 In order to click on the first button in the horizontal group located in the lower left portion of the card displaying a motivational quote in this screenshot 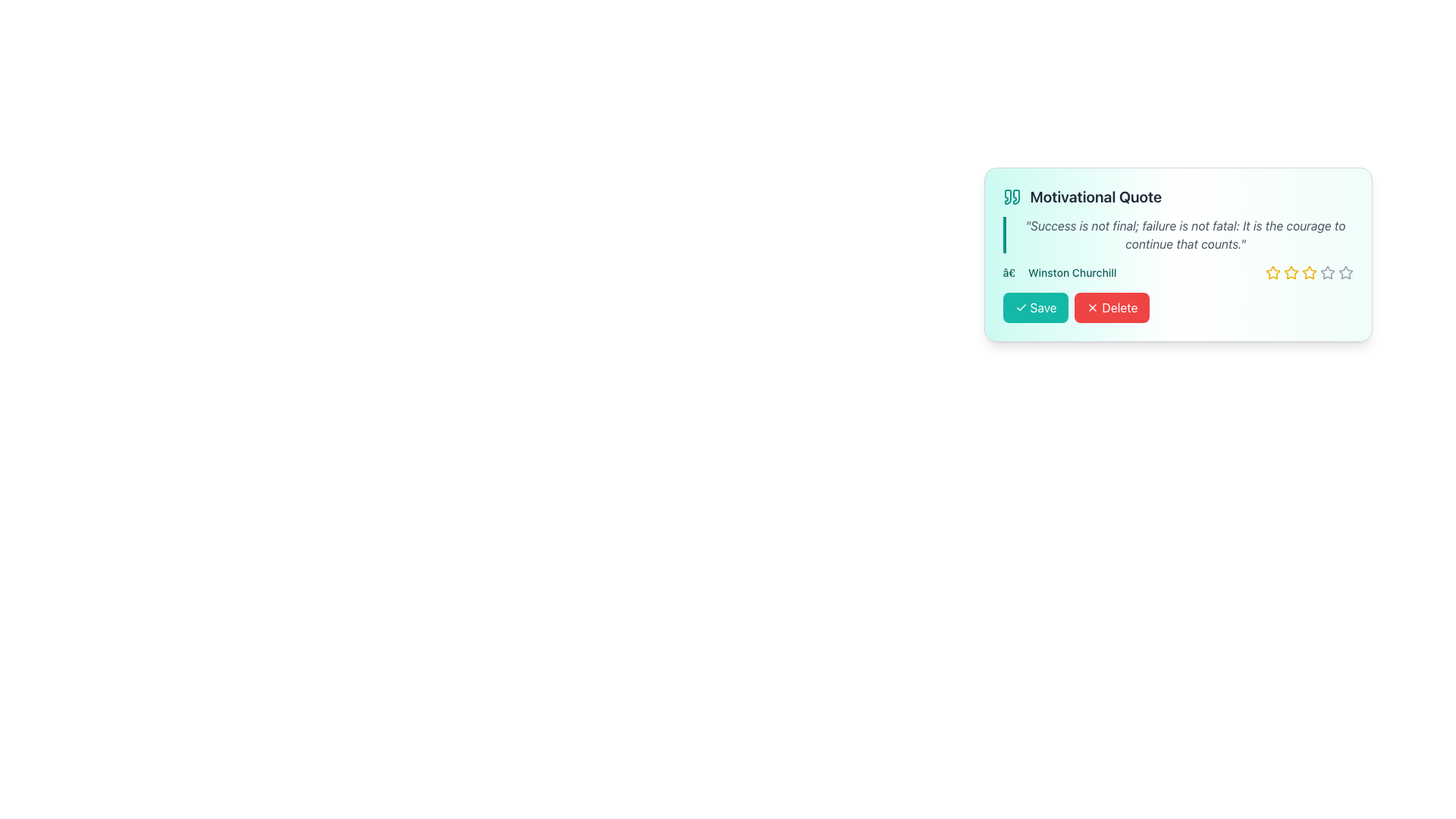, I will do `click(1034, 307)`.